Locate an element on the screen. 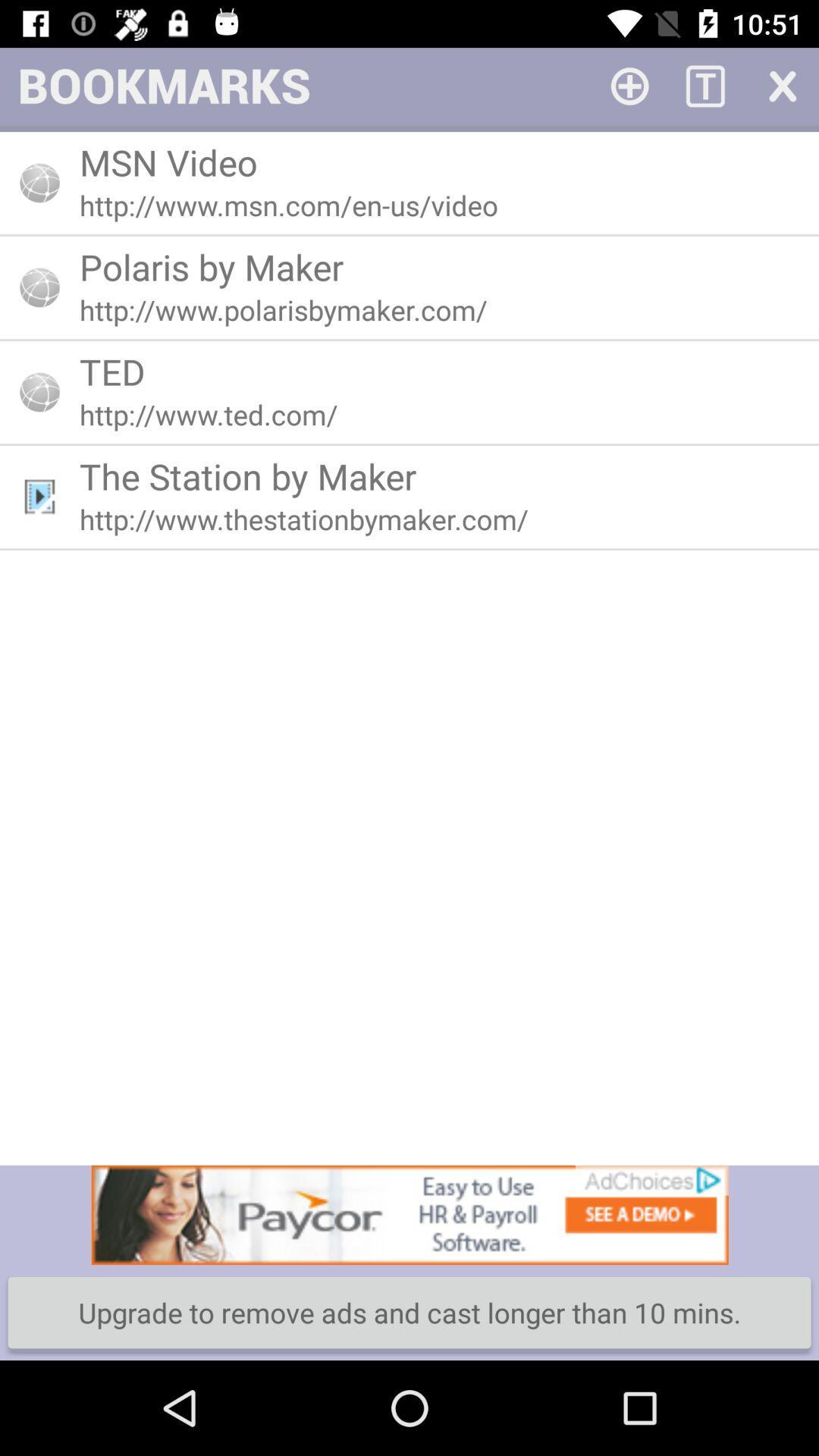 The width and height of the screenshot is (819, 1456). switch is located at coordinates (781, 84).